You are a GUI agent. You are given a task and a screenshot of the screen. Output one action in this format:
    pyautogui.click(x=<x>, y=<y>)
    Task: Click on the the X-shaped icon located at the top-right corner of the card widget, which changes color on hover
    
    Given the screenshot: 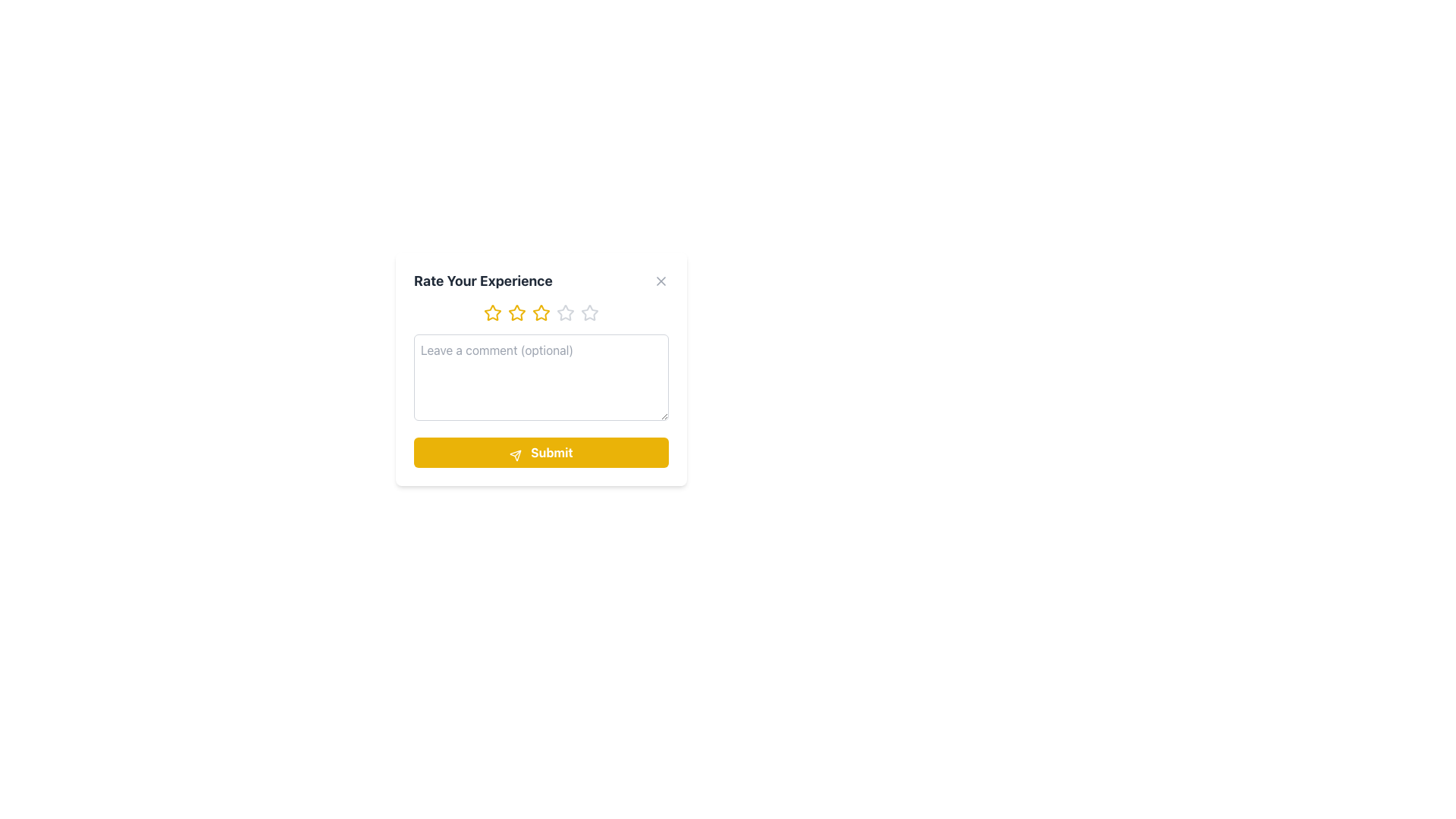 What is the action you would take?
    pyautogui.click(x=661, y=281)
    